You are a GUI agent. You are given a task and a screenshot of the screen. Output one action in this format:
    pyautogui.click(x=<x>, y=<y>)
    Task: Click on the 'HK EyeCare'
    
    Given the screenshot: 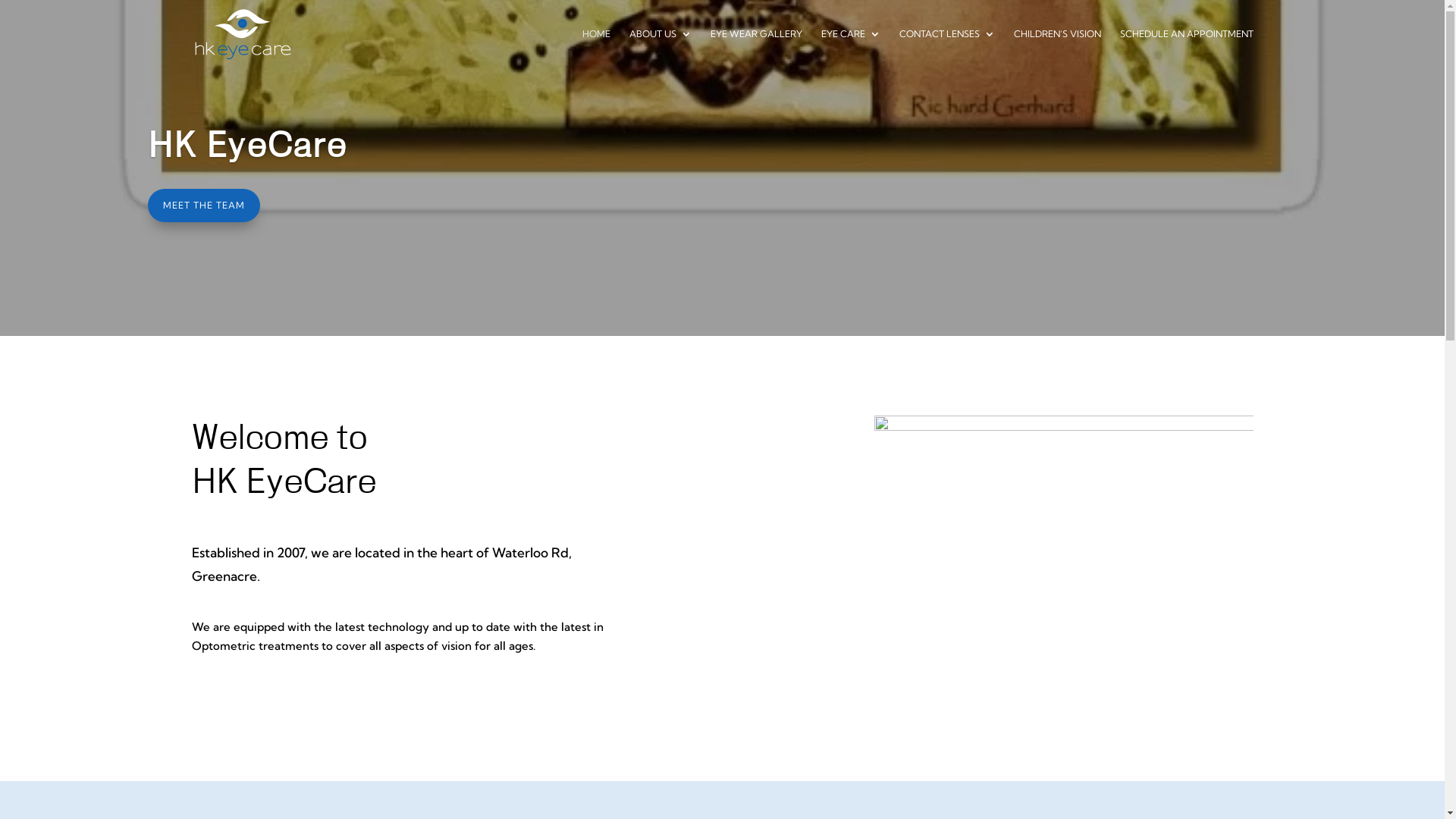 What is the action you would take?
    pyautogui.click(x=247, y=146)
    